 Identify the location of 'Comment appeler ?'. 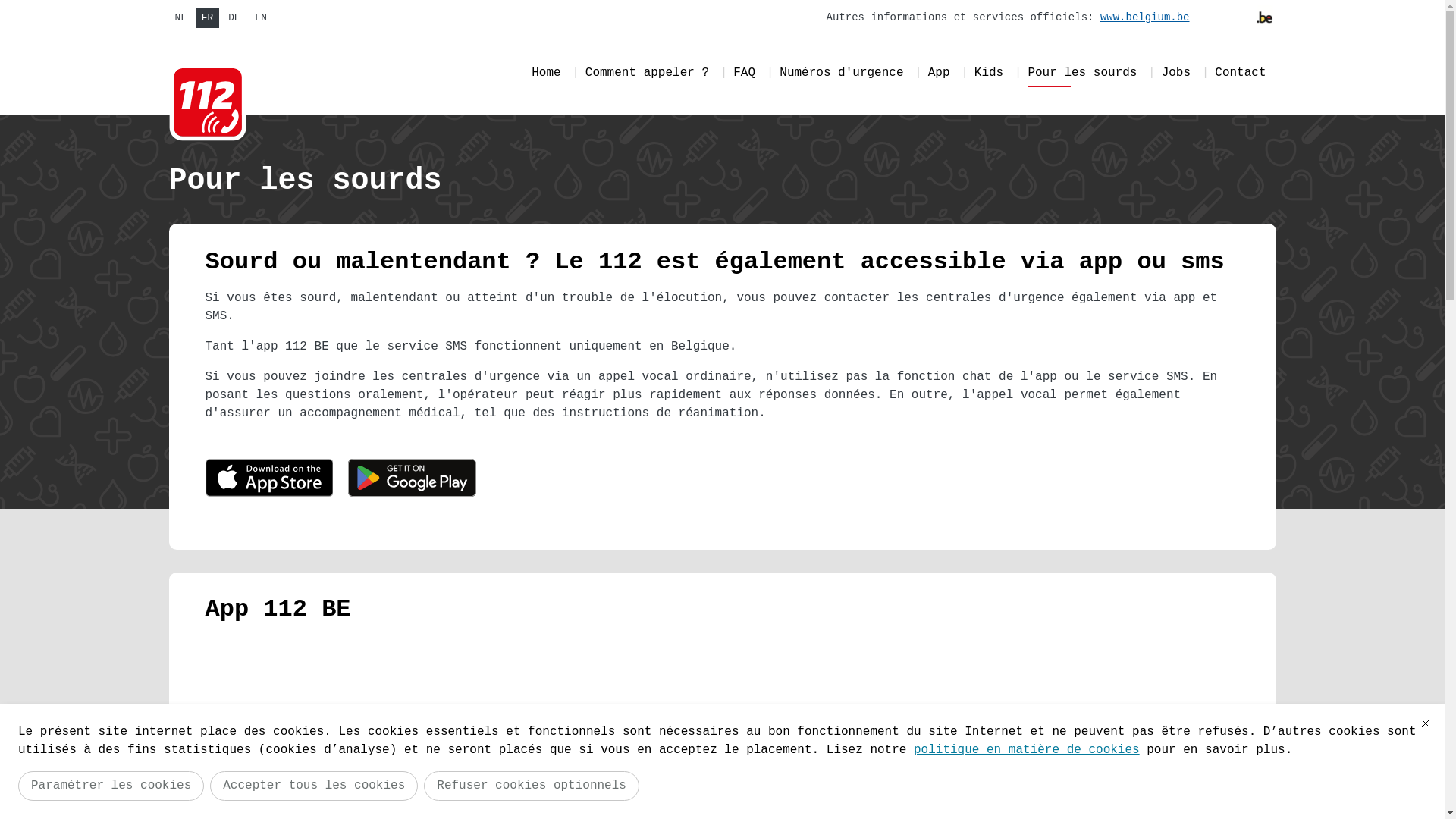
(647, 75).